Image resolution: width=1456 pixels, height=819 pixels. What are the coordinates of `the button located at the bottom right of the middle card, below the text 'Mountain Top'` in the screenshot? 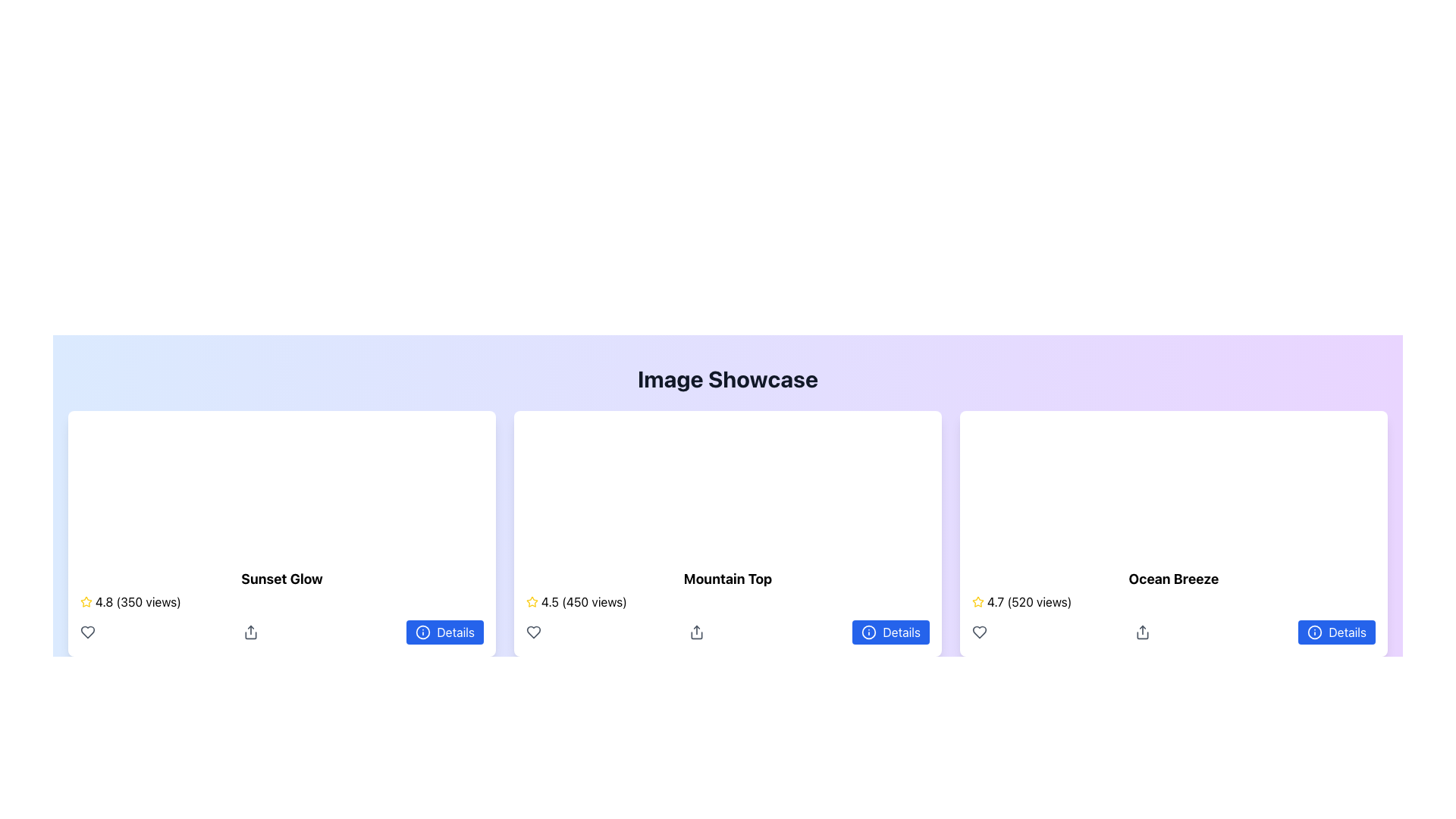 It's located at (891, 632).